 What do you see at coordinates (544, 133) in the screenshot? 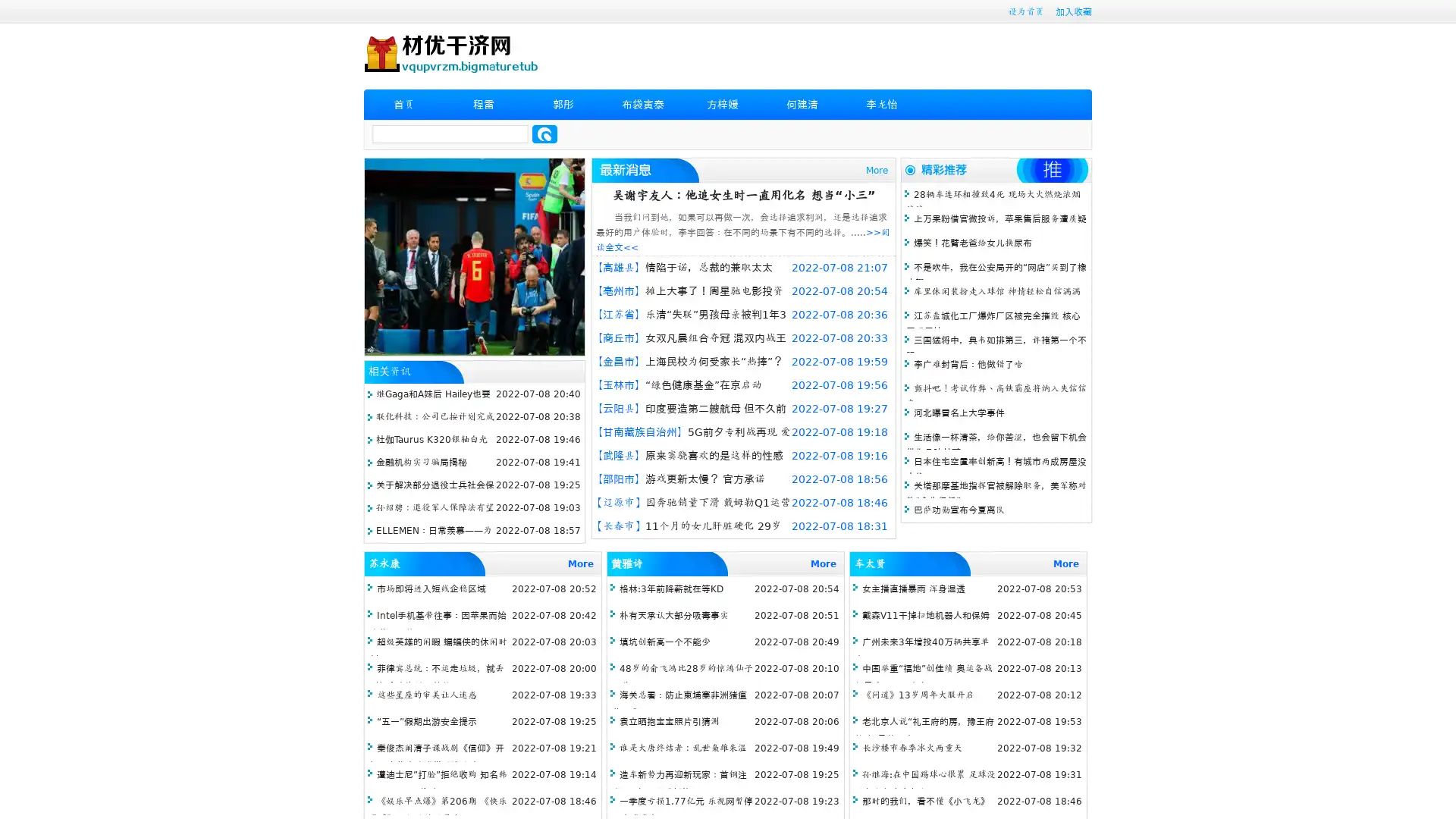
I see `Search` at bounding box center [544, 133].